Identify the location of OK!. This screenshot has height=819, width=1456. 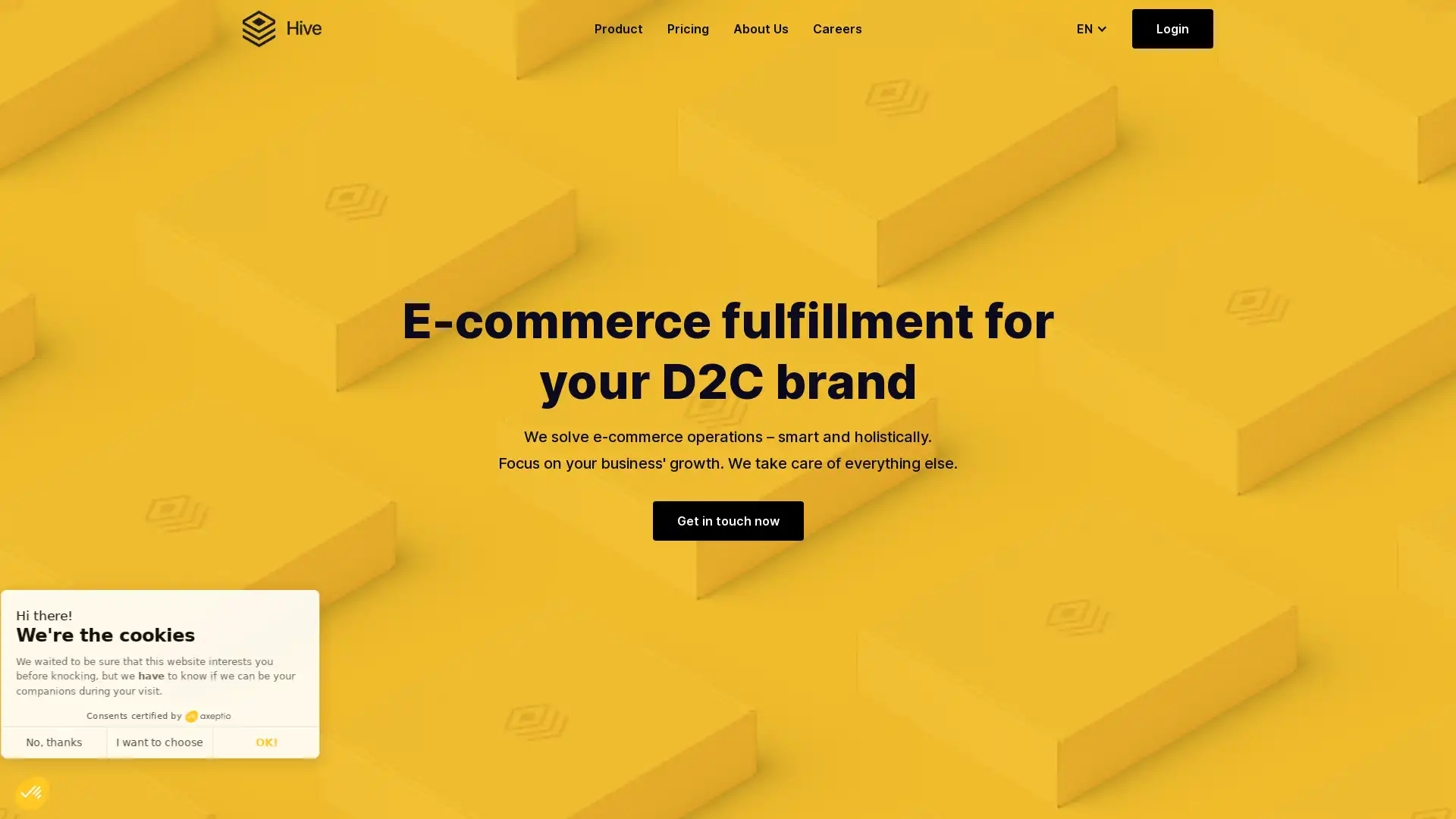
(280, 742).